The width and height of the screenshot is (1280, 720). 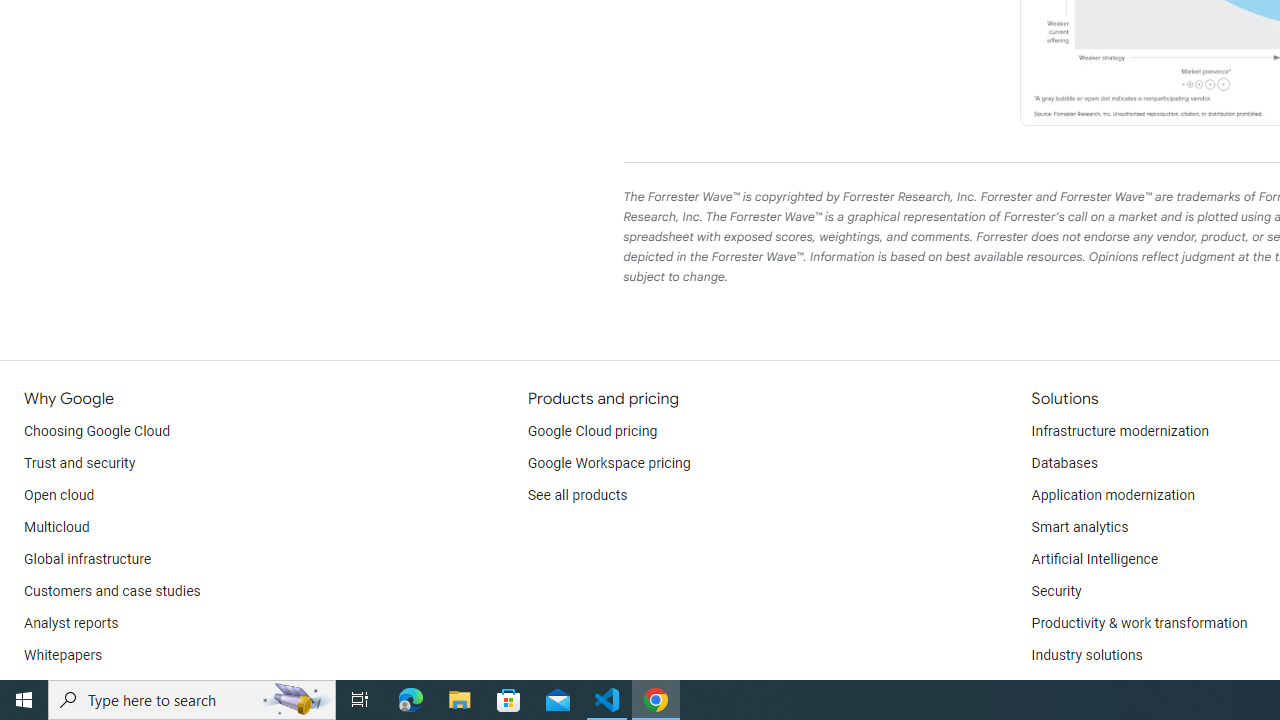 What do you see at coordinates (1139, 622) in the screenshot?
I see `'Productivity & work transformation'` at bounding box center [1139, 622].